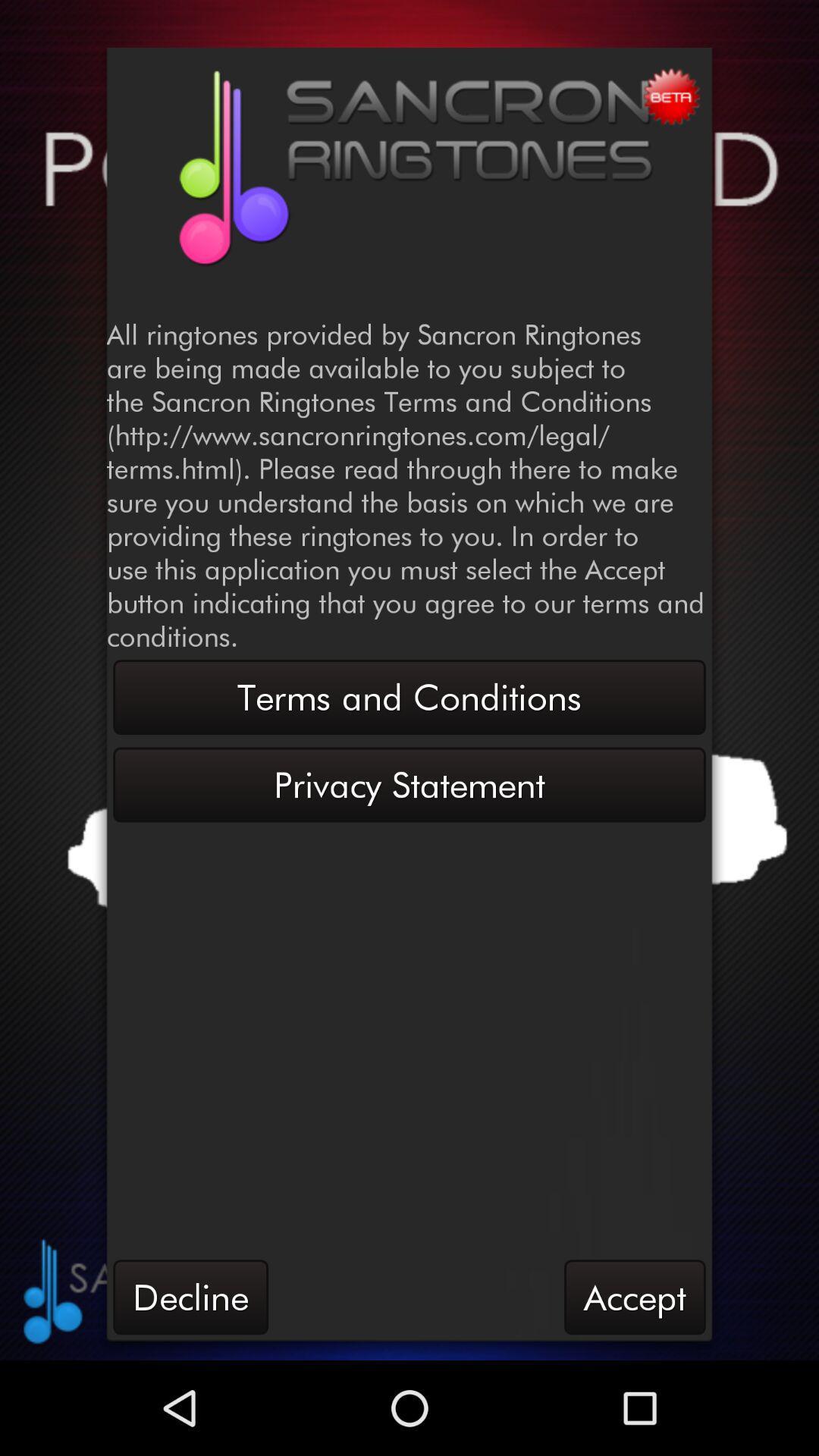  What do you see at coordinates (635, 1296) in the screenshot?
I see `item below privacy statement item` at bounding box center [635, 1296].